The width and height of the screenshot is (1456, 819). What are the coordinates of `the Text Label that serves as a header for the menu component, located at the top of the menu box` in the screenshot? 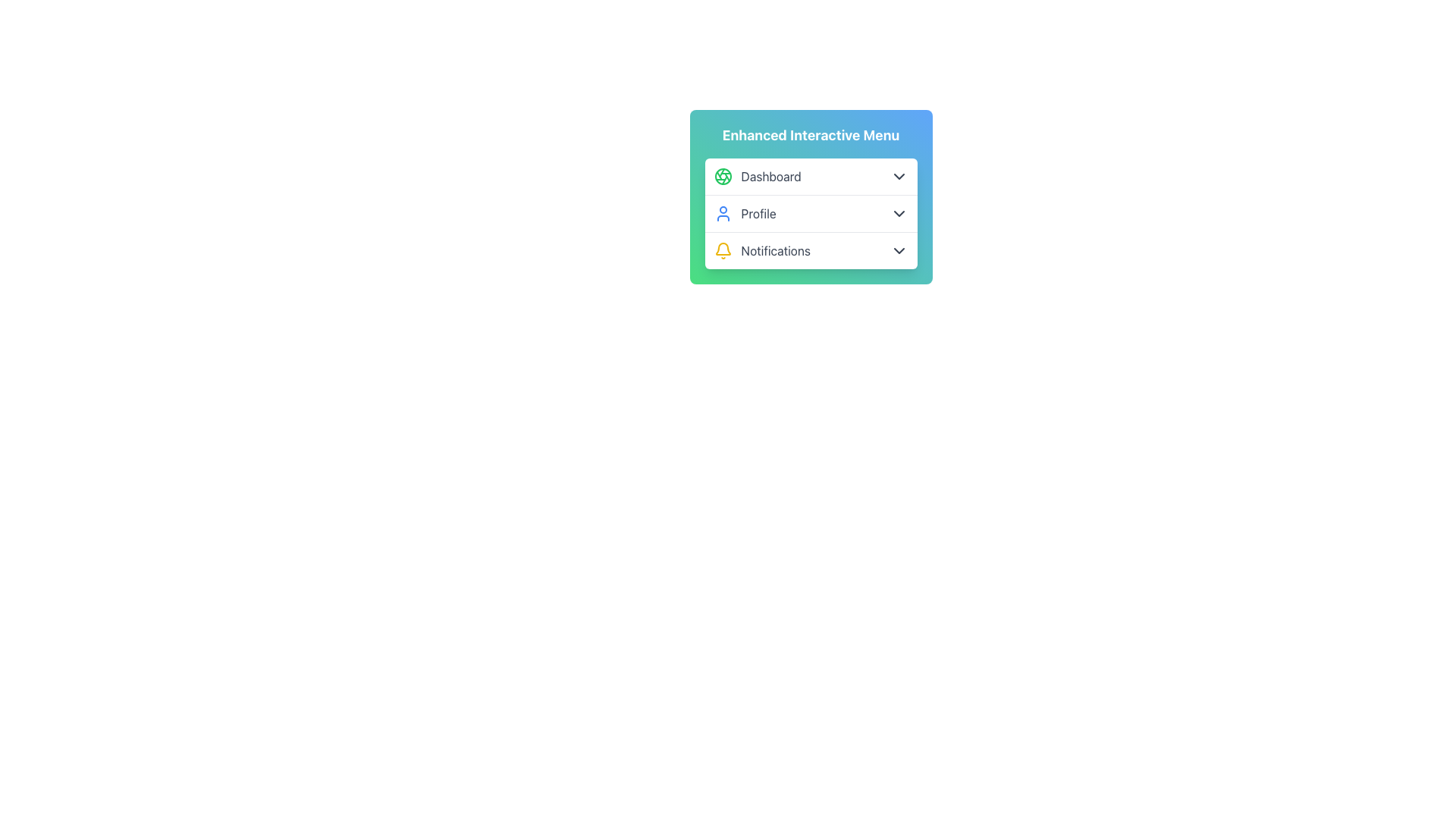 It's located at (810, 134).